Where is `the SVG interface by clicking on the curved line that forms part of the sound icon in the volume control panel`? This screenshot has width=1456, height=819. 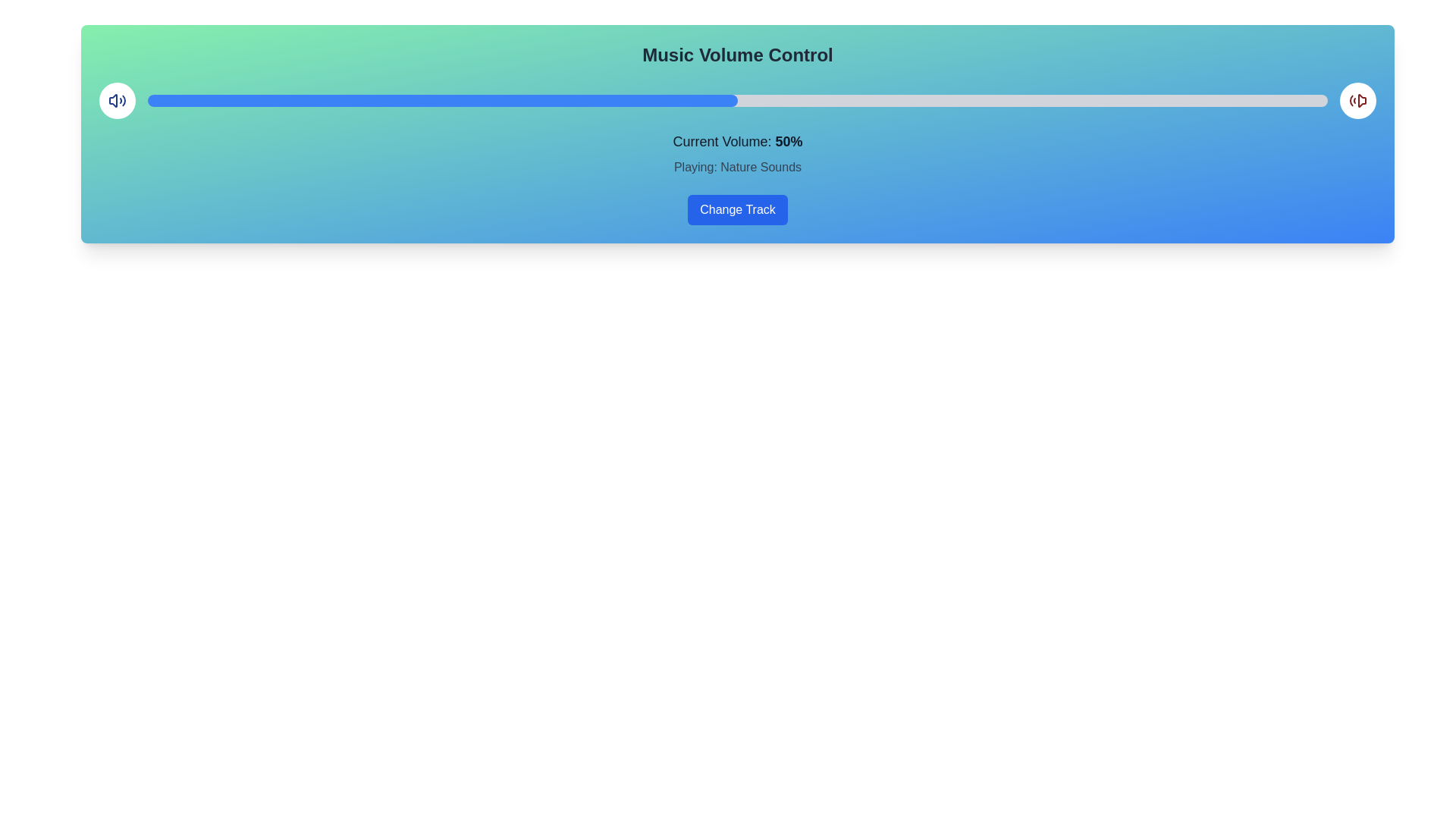
the SVG interface by clicking on the curved line that forms part of the sound icon in the volume control panel is located at coordinates (124, 100).